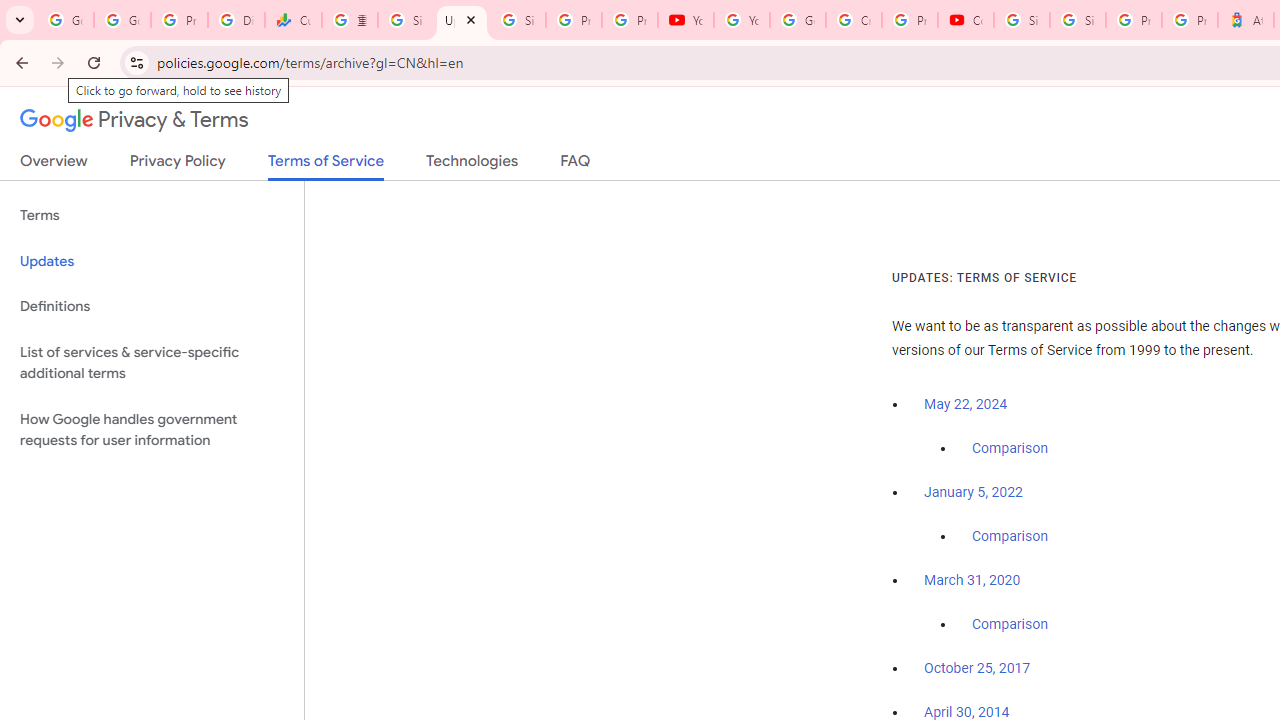 This screenshot has width=1280, height=720. I want to click on 'Privacy Checkup', so click(628, 20).